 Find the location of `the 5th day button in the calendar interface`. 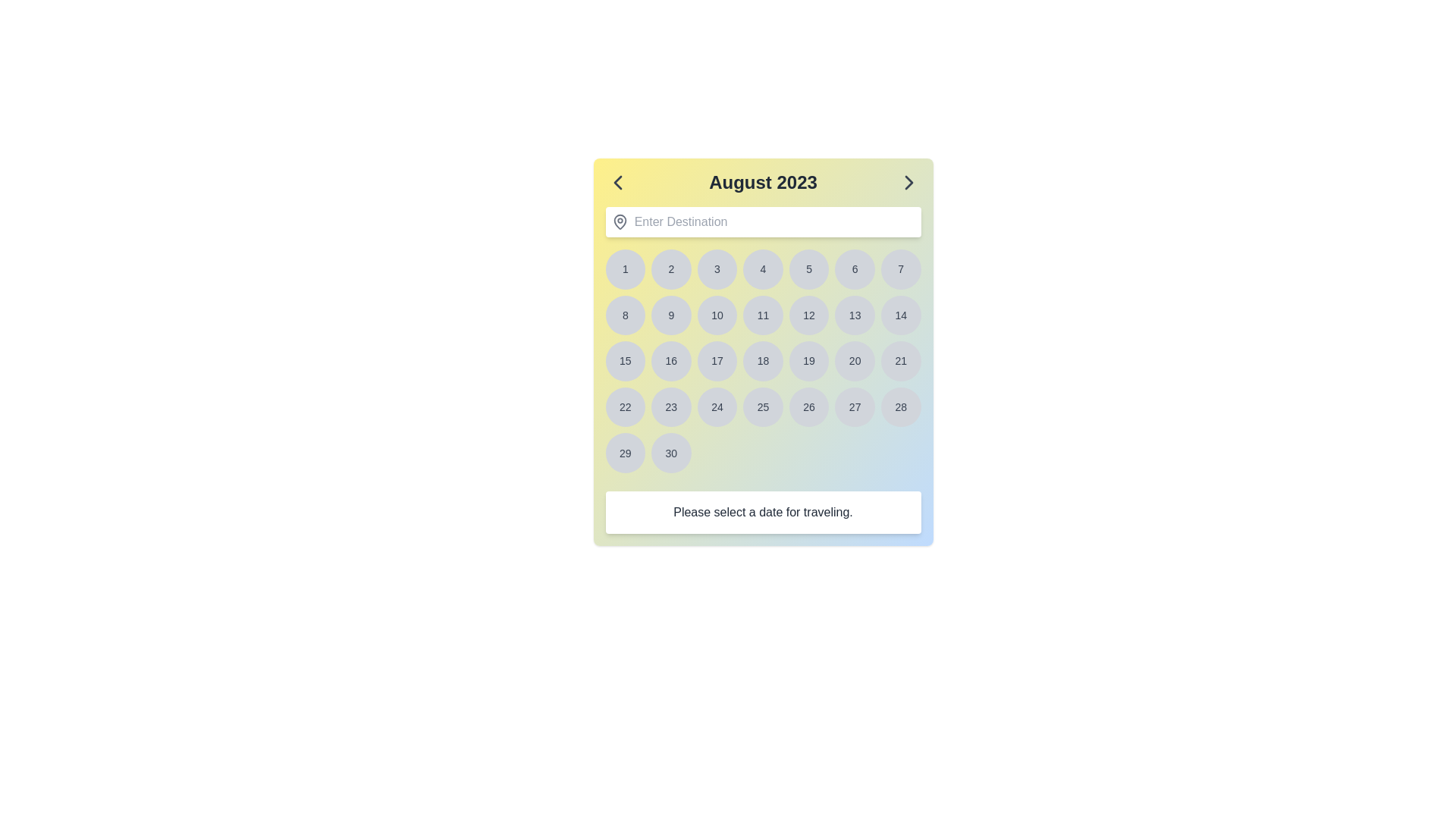

the 5th day button in the calendar interface is located at coordinates (808, 268).